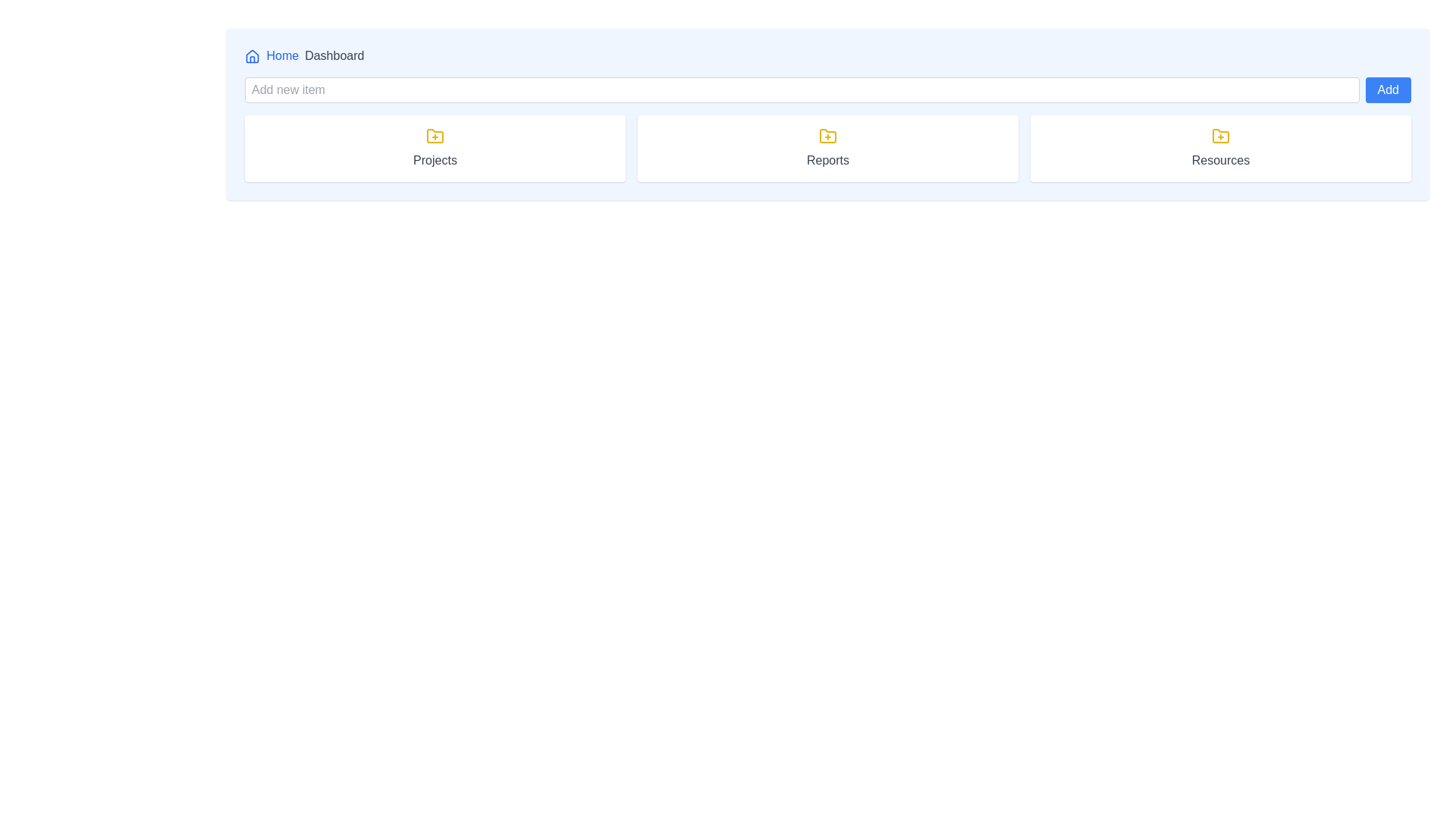 This screenshot has width=1456, height=819. I want to click on the yellow folder icon with a plus symbol located in the 'Resources' section, so click(1220, 136).